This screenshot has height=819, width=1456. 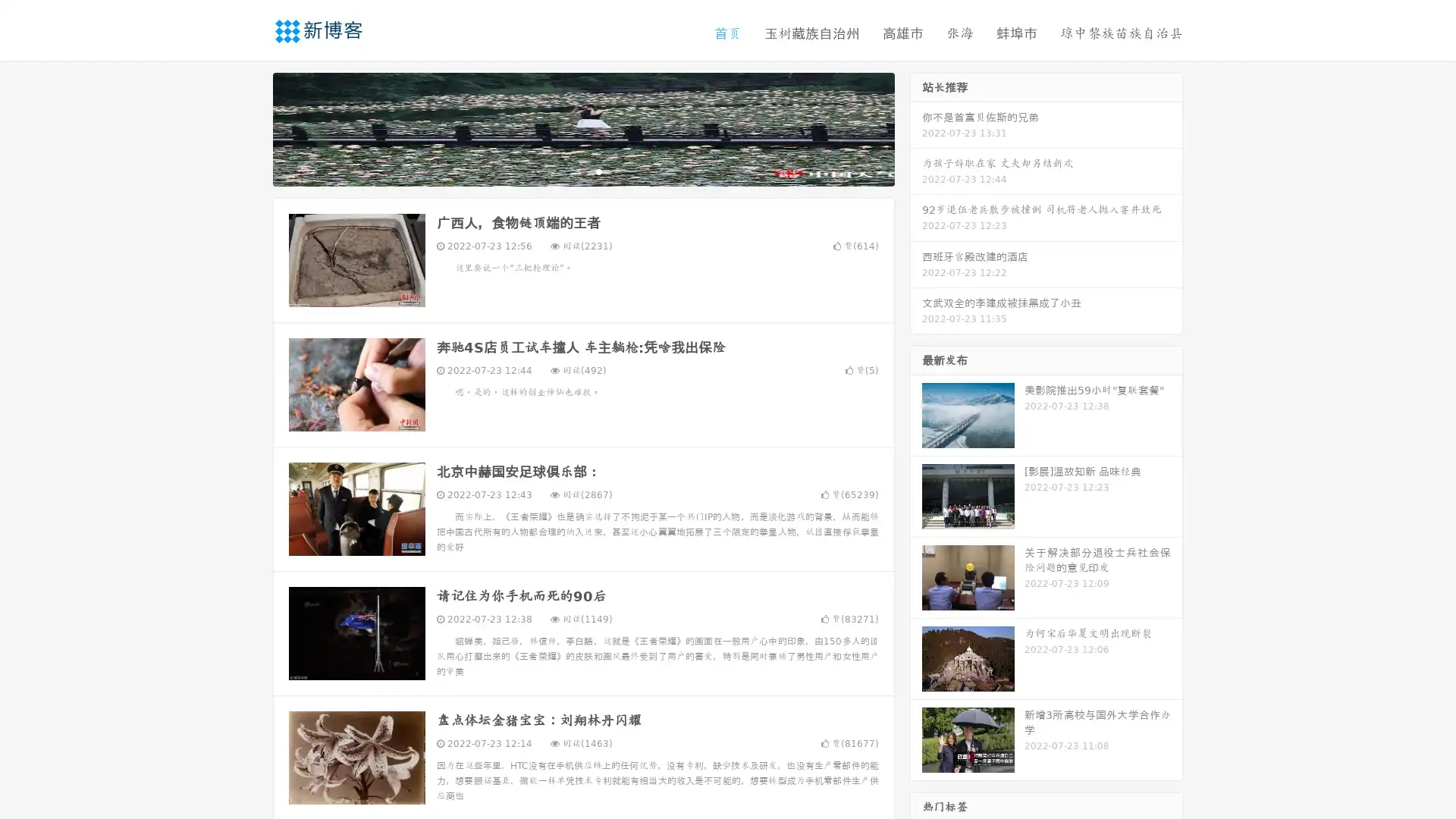 What do you see at coordinates (916, 127) in the screenshot?
I see `Next slide` at bounding box center [916, 127].